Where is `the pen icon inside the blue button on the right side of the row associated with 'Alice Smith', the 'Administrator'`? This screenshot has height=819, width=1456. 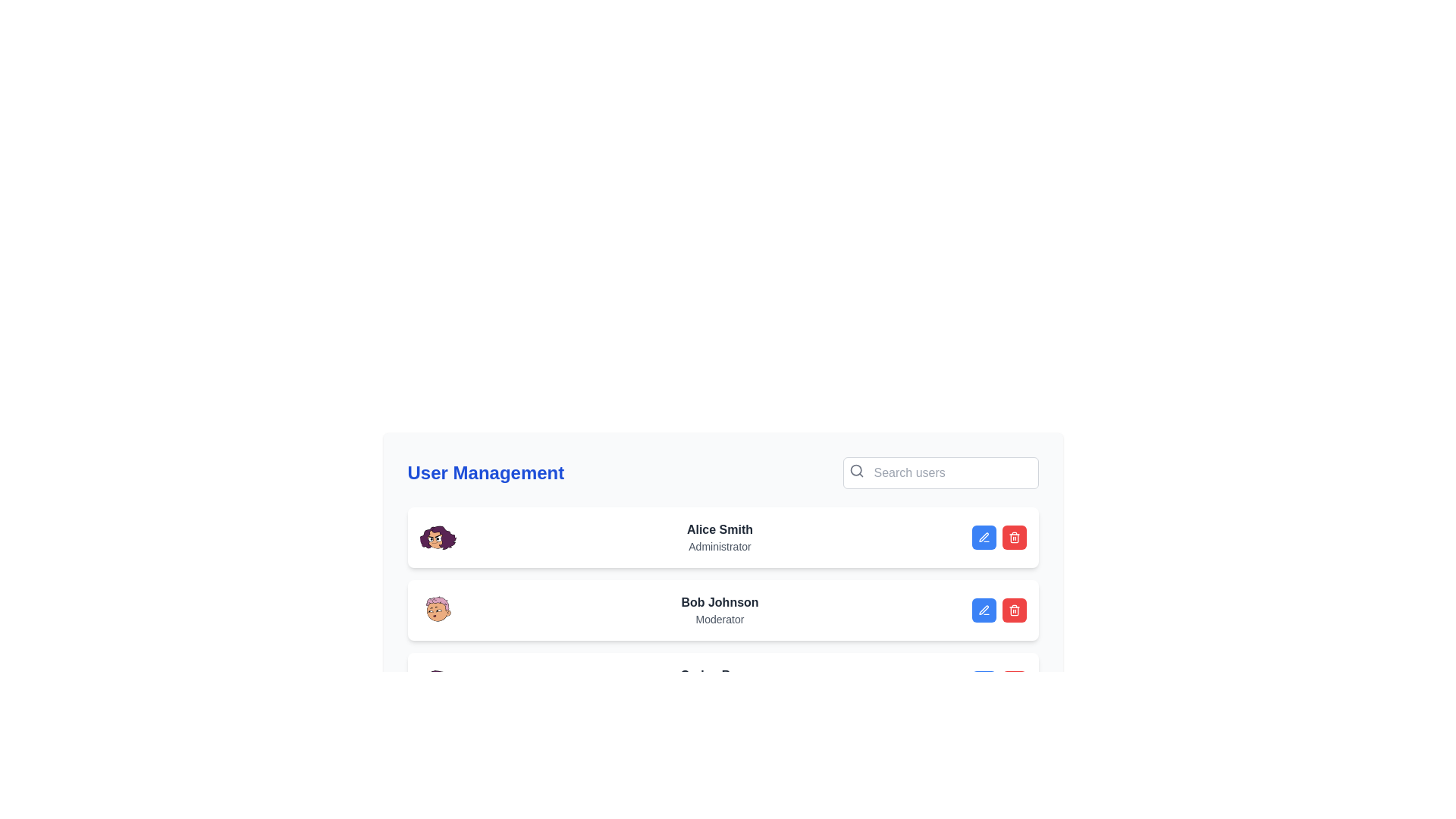 the pen icon inside the blue button on the right side of the row associated with 'Alice Smith', the 'Administrator' is located at coordinates (984, 537).